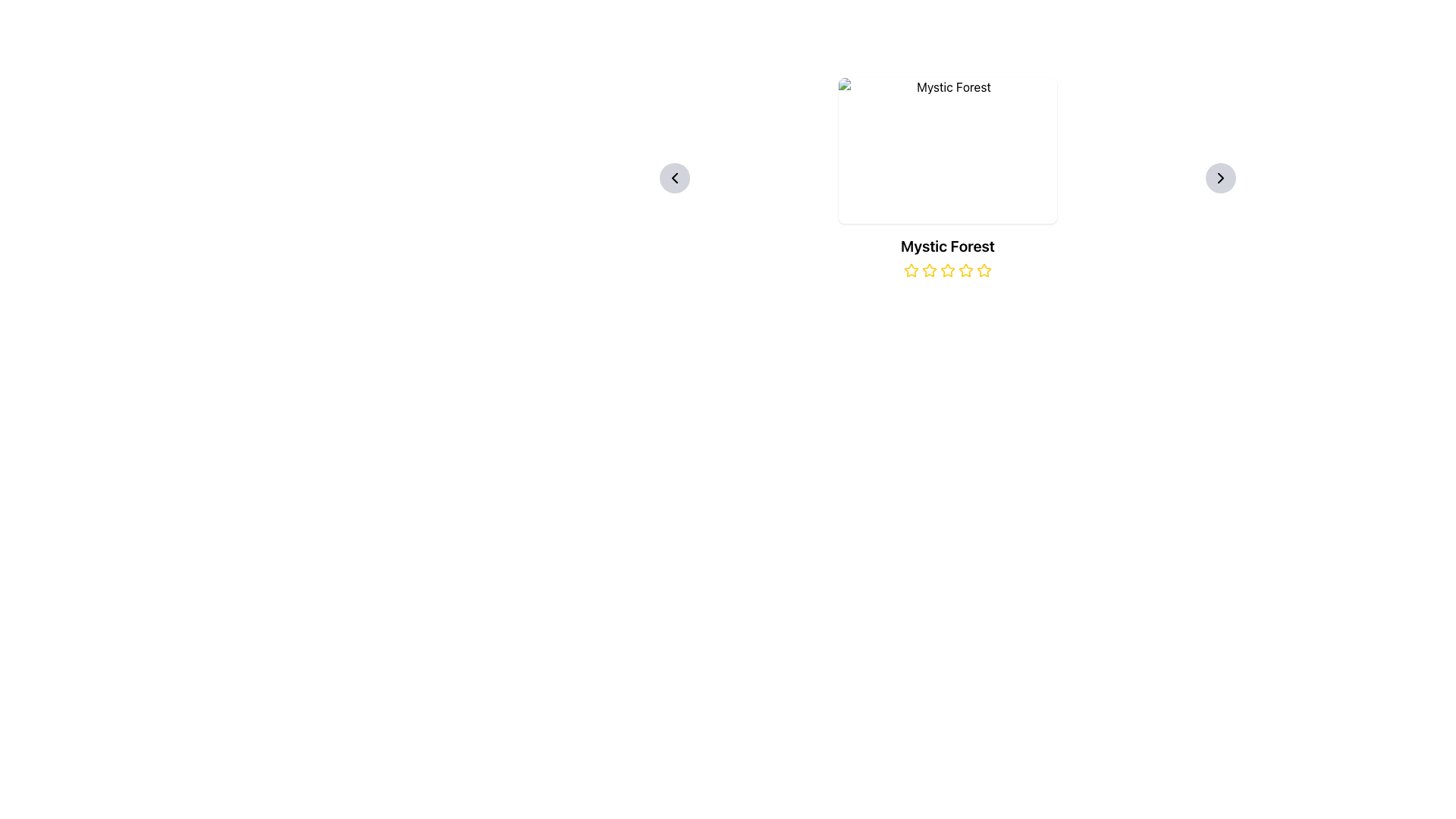  I want to click on the first yellow star icon in the rating component beneath the text 'Mystic Forest', so click(910, 268).